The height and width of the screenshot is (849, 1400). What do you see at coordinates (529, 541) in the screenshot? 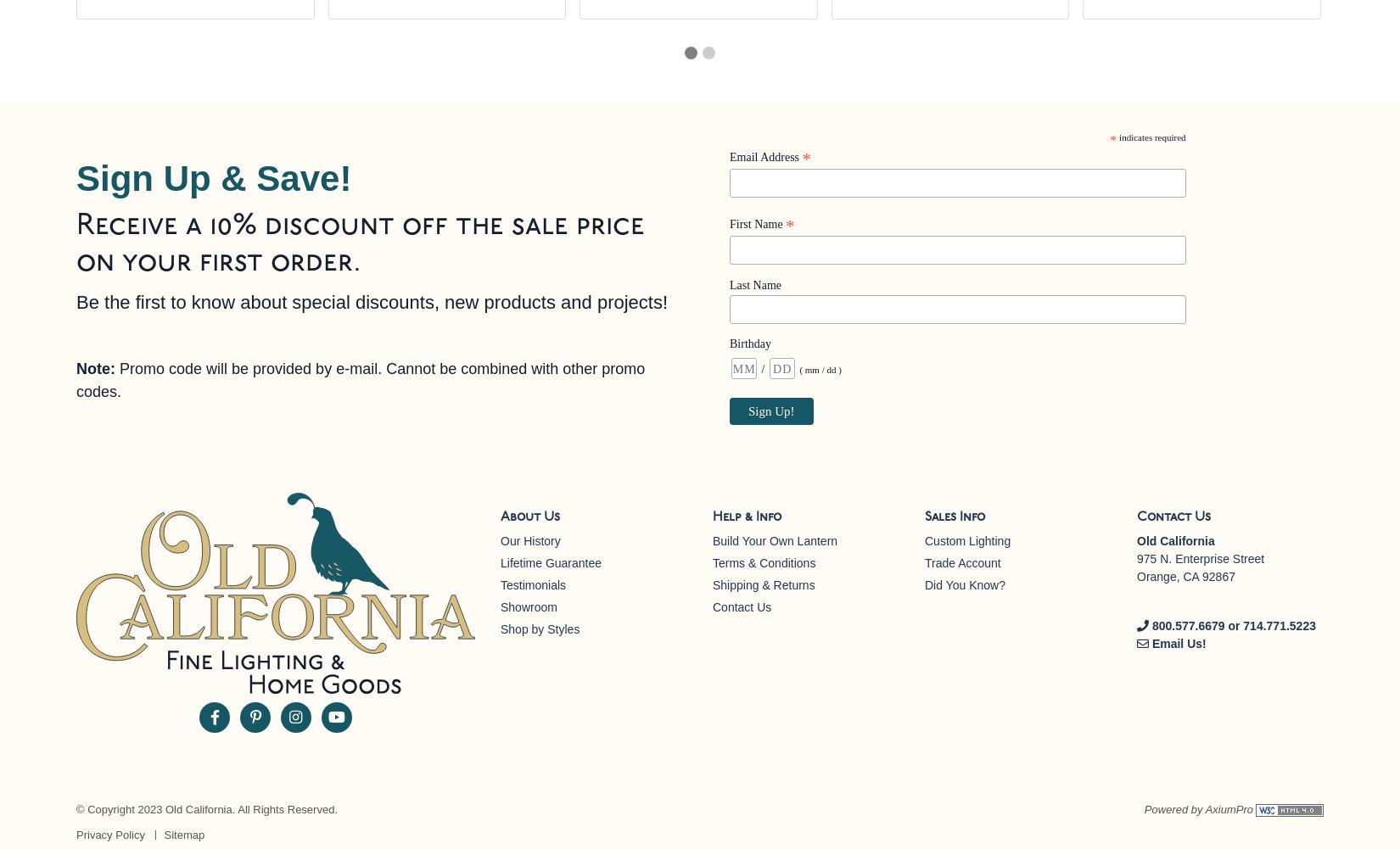
I see `'Our History'` at bounding box center [529, 541].